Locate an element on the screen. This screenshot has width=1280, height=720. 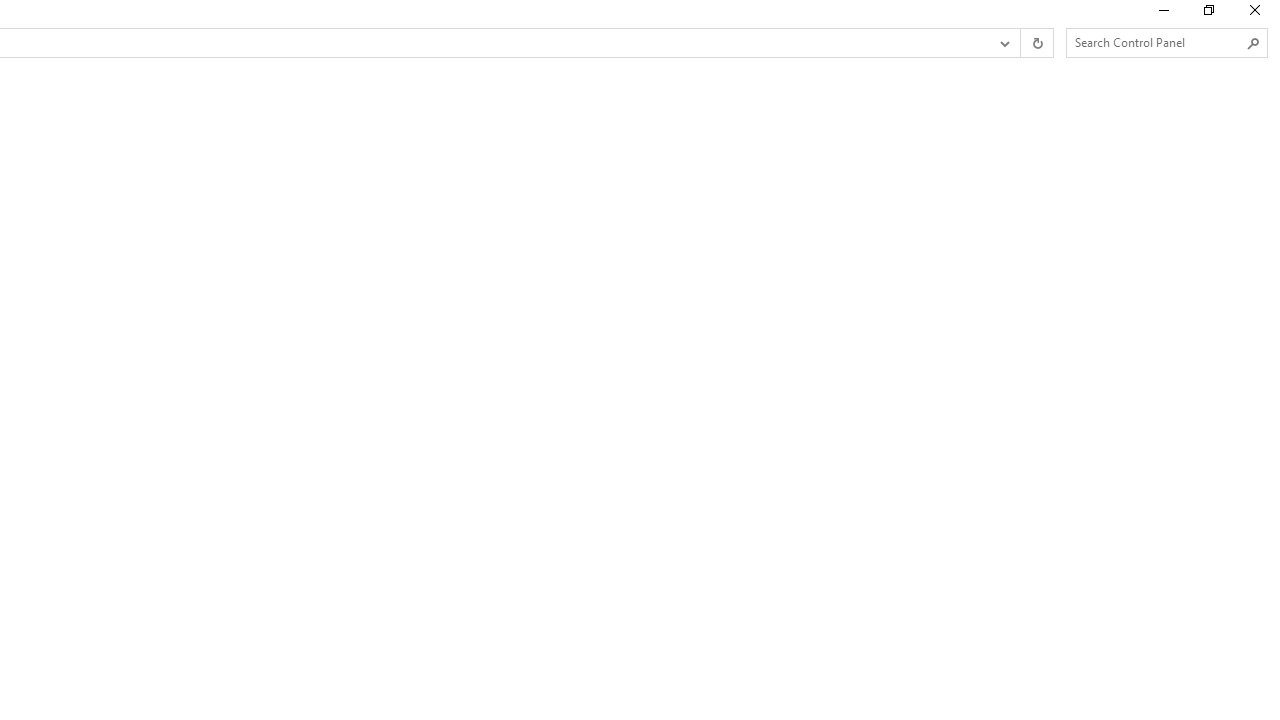
'Refresh "Clock and Region" (F5)' is located at coordinates (1036, 43).